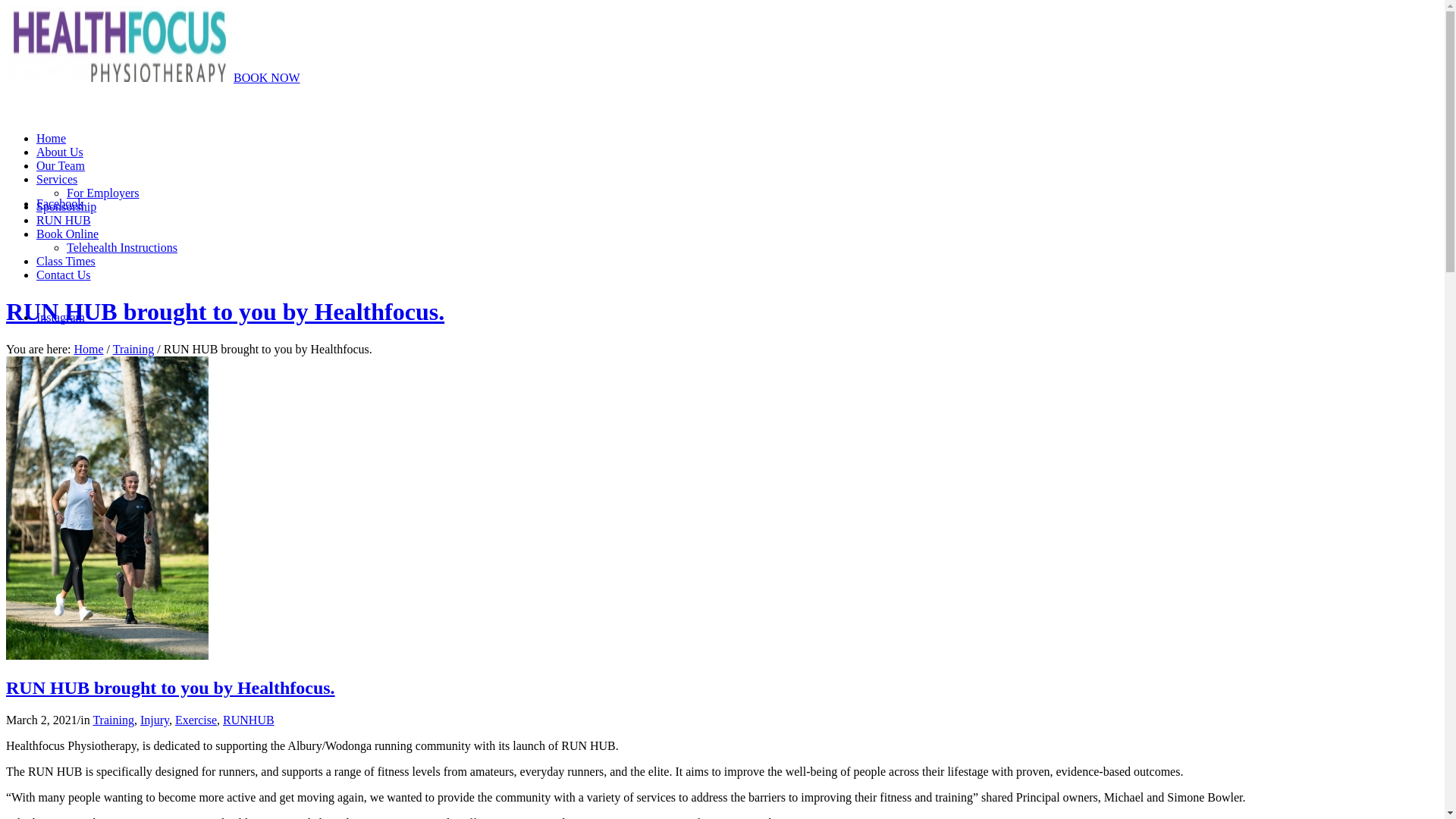 The height and width of the screenshot is (819, 1456). Describe the element at coordinates (57, 178) in the screenshot. I see `'Services'` at that location.